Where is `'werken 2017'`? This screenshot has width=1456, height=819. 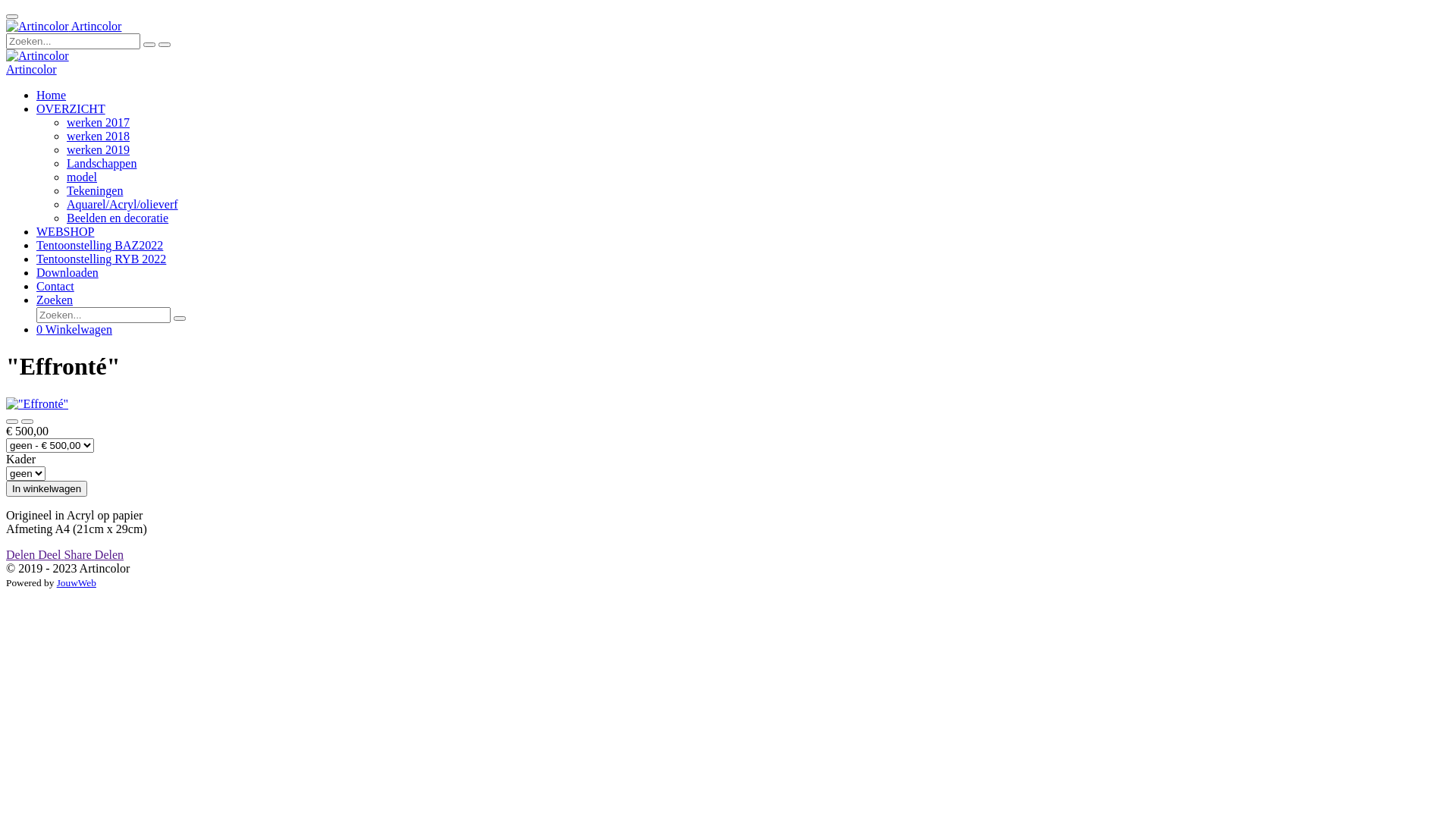
'werken 2017' is located at coordinates (97, 121).